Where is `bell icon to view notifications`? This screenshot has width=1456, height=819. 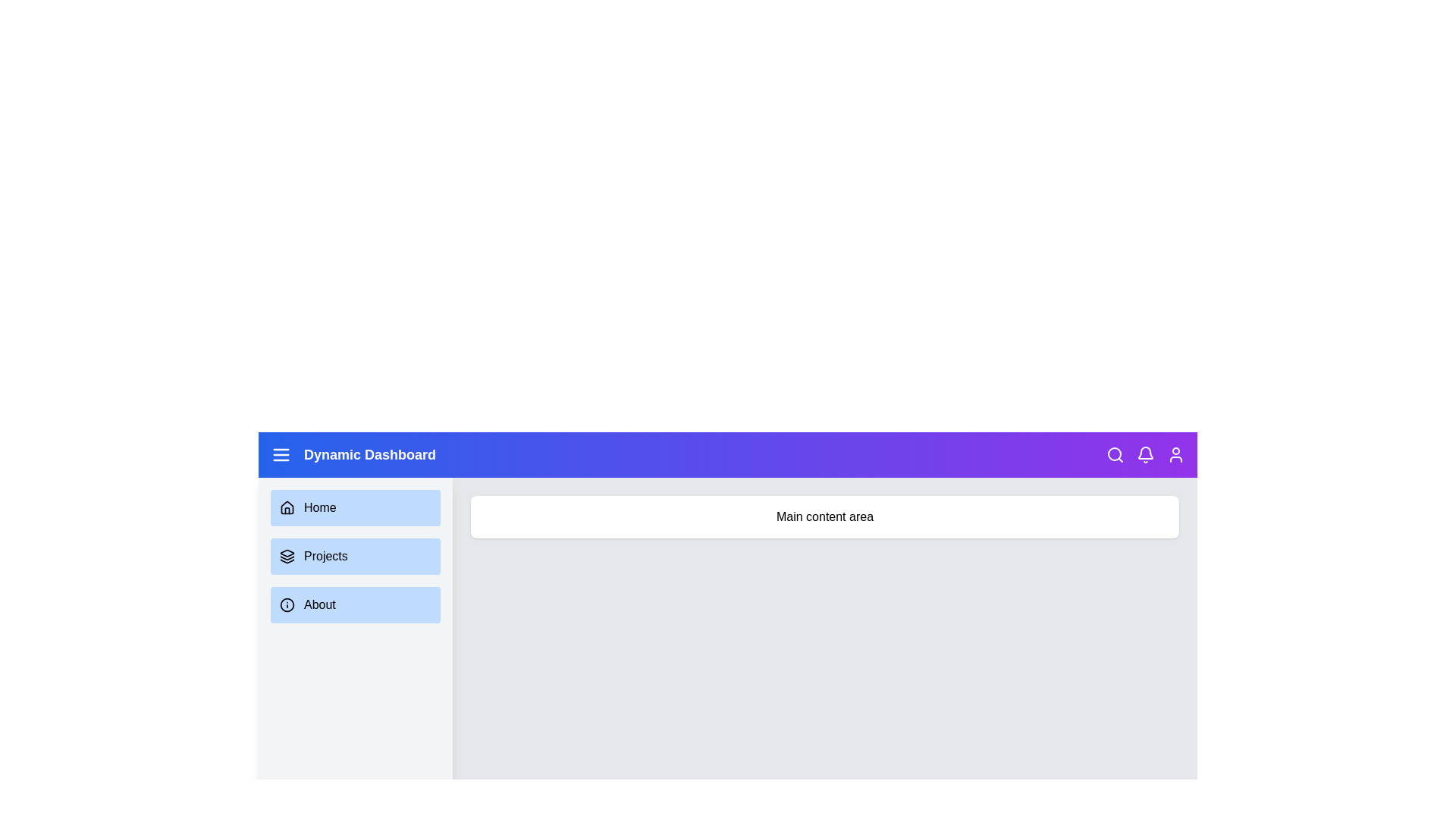 bell icon to view notifications is located at coordinates (1146, 454).